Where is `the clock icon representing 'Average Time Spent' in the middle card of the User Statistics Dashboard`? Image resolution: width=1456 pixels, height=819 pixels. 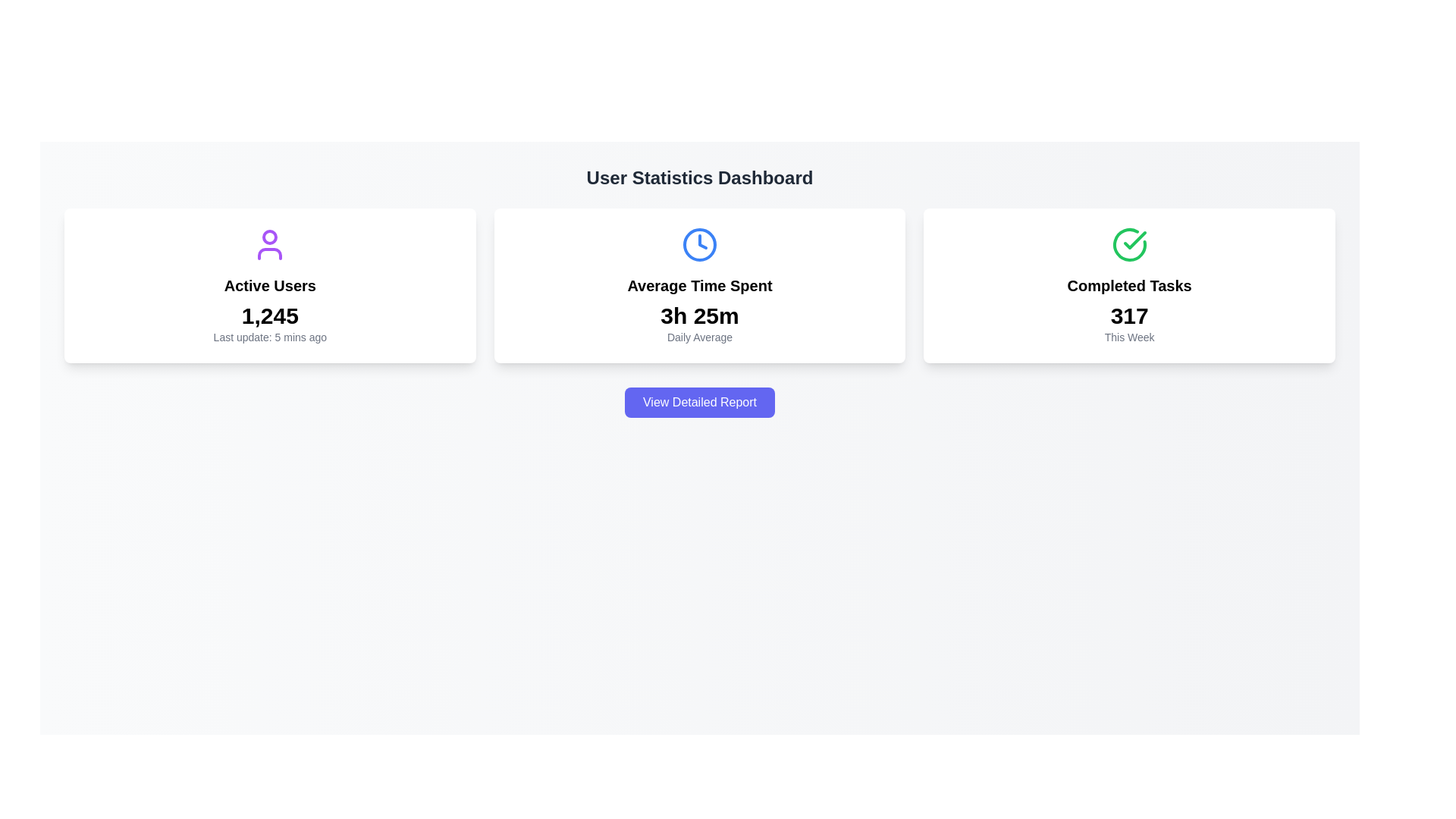 the clock icon representing 'Average Time Spent' in the middle card of the User Statistics Dashboard is located at coordinates (698, 244).